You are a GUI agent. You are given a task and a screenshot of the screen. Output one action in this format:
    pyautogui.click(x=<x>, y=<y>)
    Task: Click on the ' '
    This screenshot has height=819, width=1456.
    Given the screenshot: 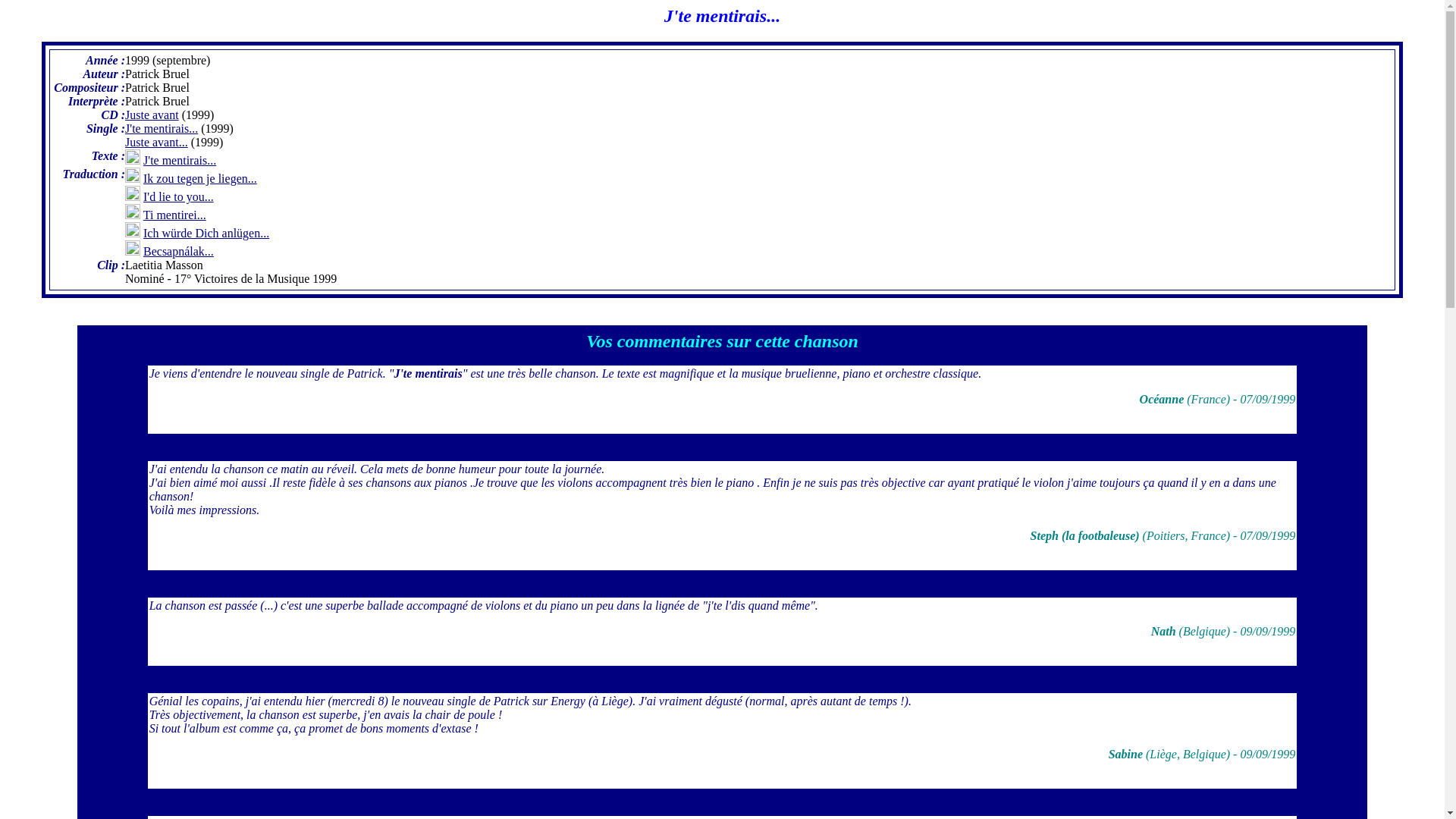 What is the action you would take?
    pyautogui.click(x=720, y=317)
    